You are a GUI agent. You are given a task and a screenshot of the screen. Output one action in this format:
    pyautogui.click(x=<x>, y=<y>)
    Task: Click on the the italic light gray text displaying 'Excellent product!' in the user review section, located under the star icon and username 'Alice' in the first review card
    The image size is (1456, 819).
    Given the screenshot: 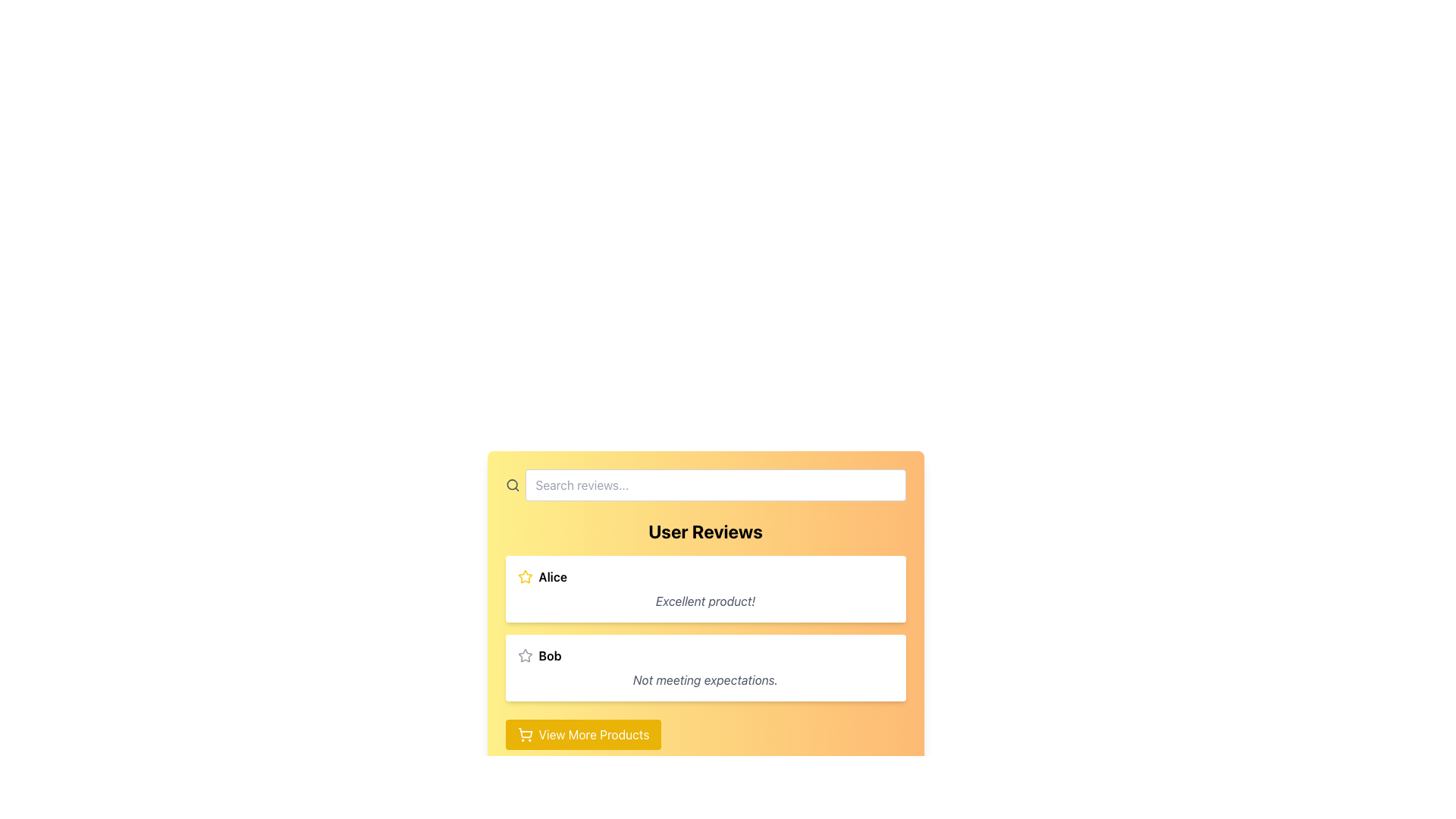 What is the action you would take?
    pyautogui.click(x=704, y=601)
    